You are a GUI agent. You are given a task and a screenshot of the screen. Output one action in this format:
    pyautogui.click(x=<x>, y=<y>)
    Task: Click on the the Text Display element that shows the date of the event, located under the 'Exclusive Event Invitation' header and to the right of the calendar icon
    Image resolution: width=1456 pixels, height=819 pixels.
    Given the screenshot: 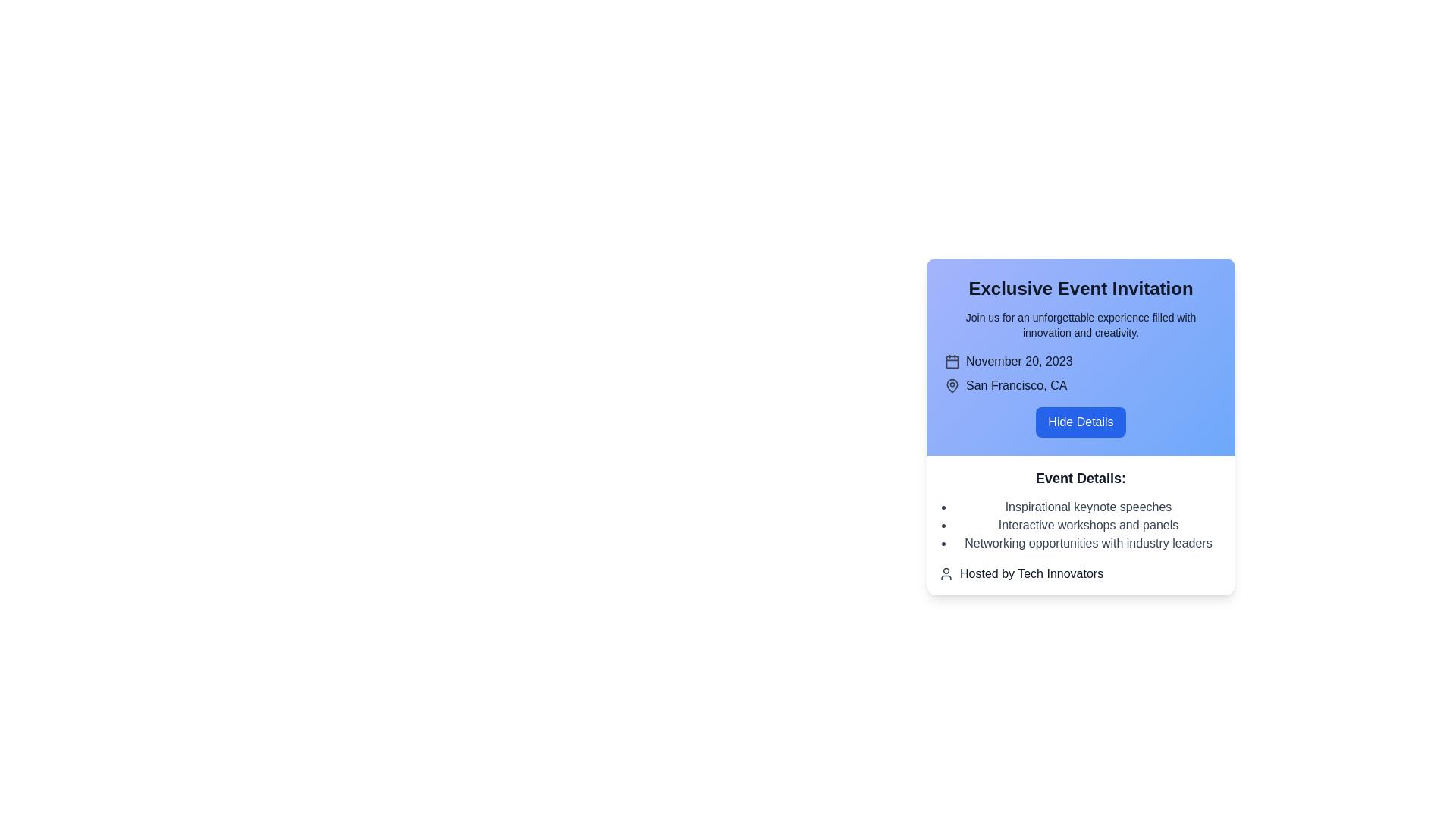 What is the action you would take?
    pyautogui.click(x=1019, y=362)
    